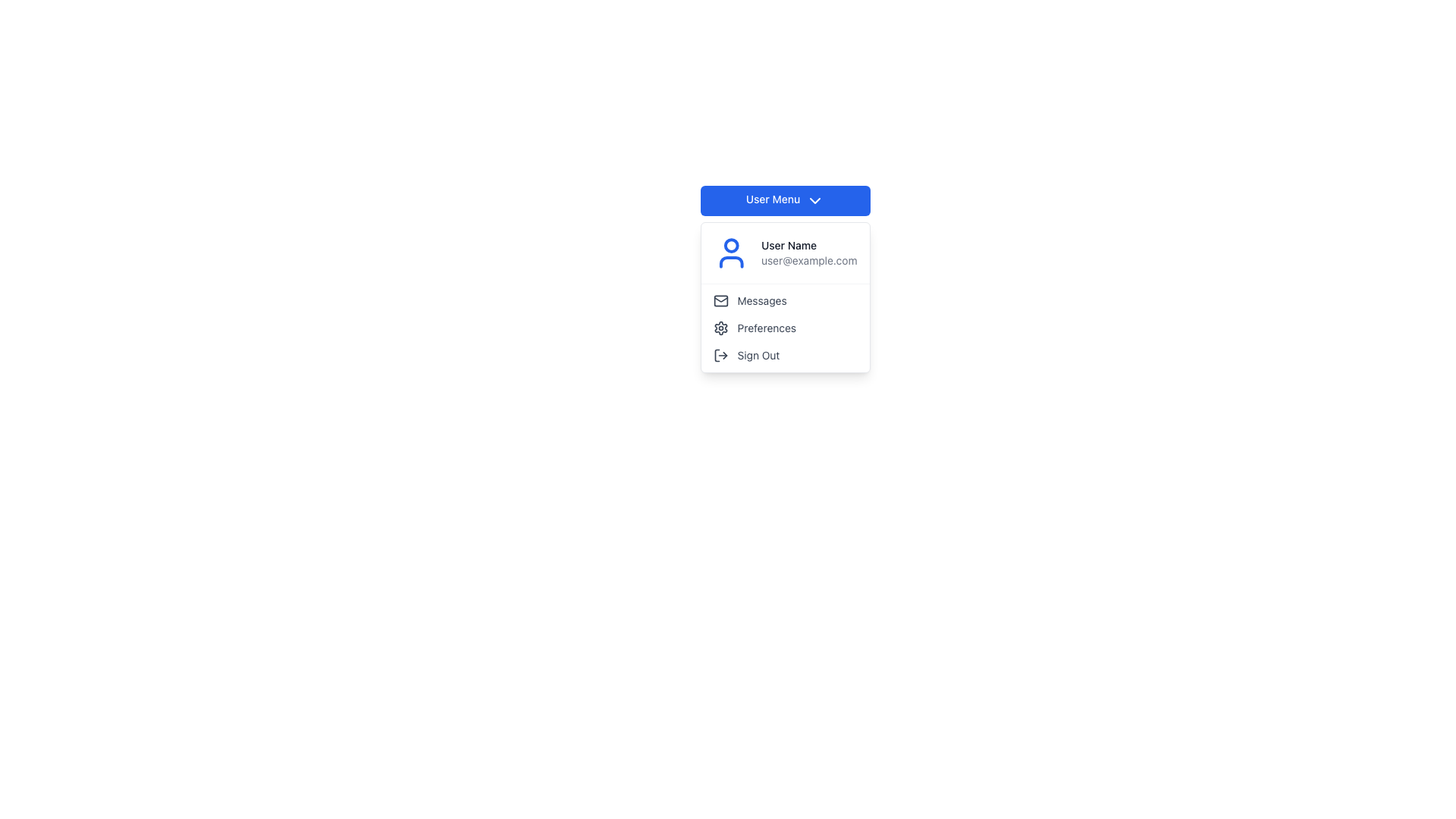 Image resolution: width=1456 pixels, height=819 pixels. Describe the element at coordinates (720, 327) in the screenshot. I see `the gear icon located in the dropdown menu under the label 'Preferences'` at that location.